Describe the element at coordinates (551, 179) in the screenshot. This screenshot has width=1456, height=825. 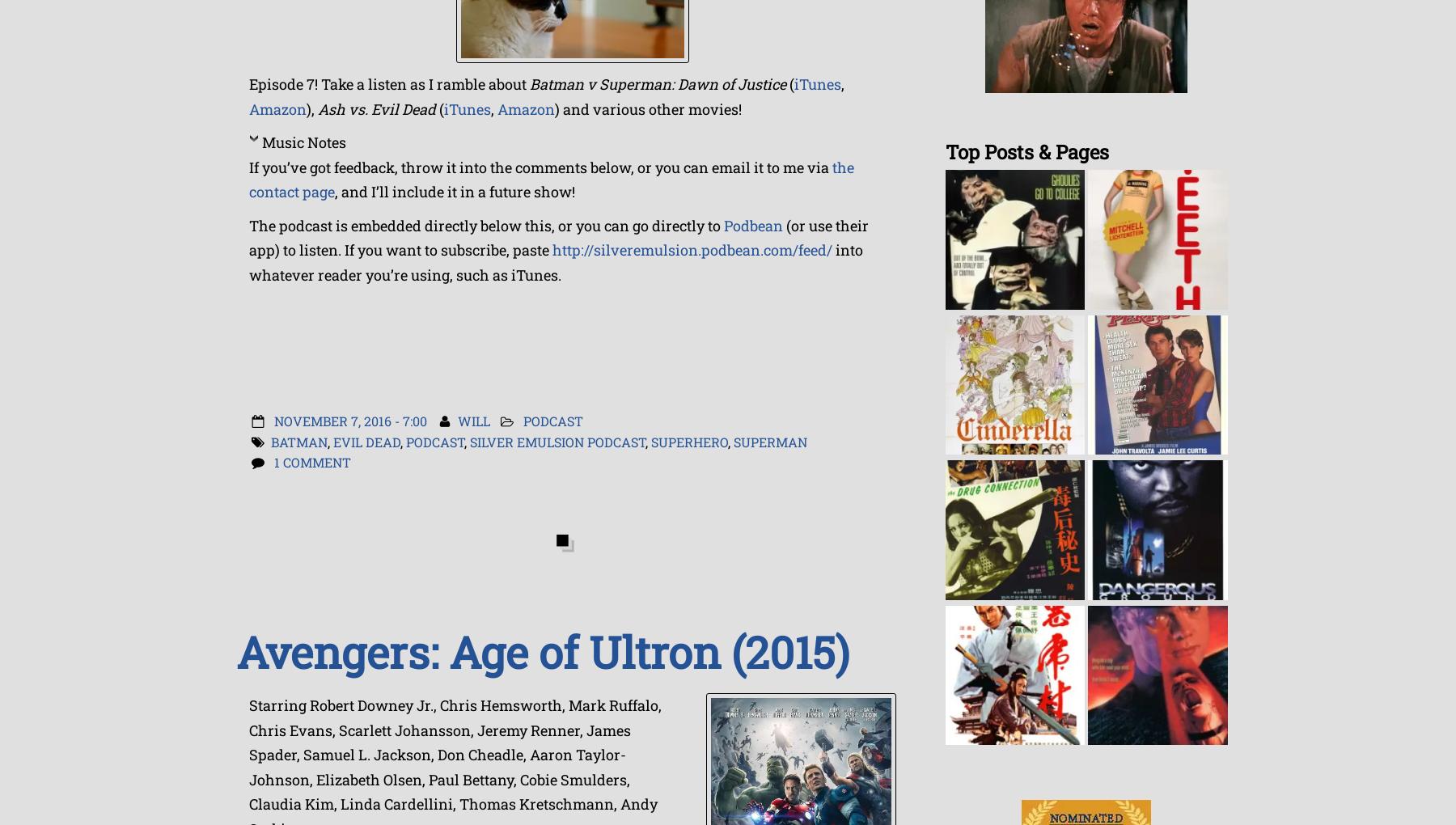
I see `'the contact page'` at that location.